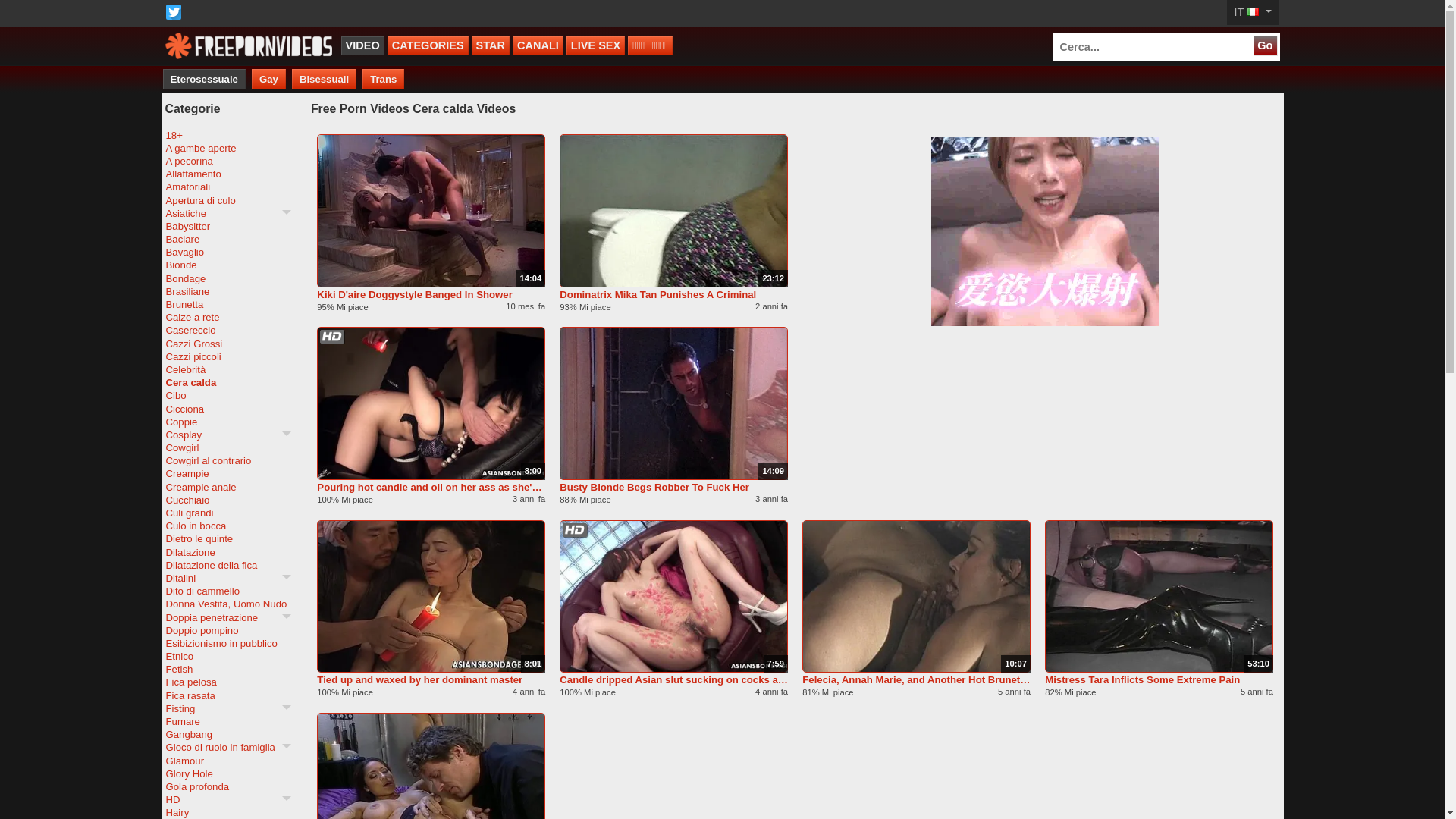 This screenshot has height=819, width=1456. I want to click on 'Cowgirl al contrario', so click(227, 460).